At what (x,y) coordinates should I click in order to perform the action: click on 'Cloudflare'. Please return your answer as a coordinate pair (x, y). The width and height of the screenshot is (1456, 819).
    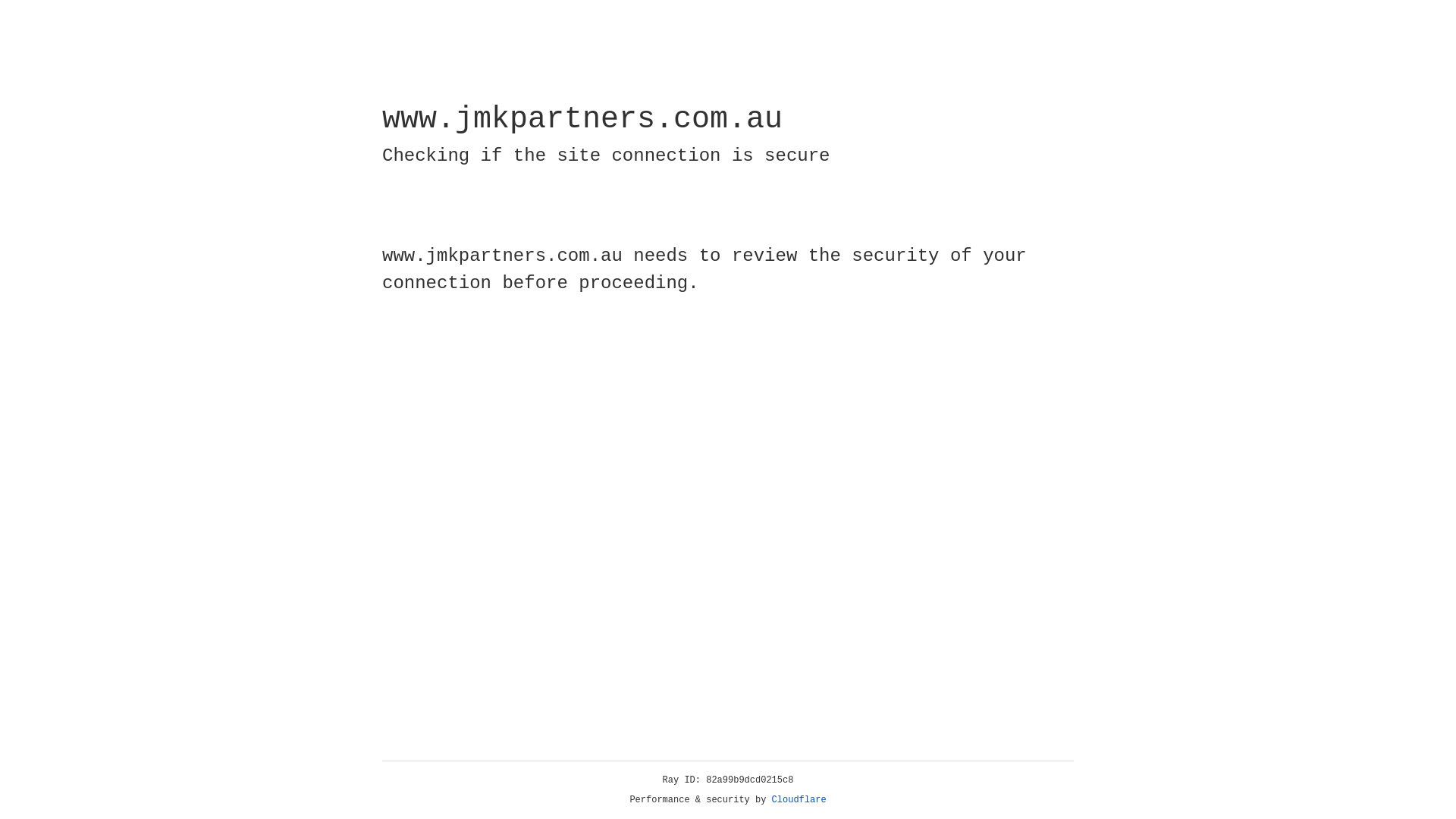
    Looking at the image, I should click on (771, 799).